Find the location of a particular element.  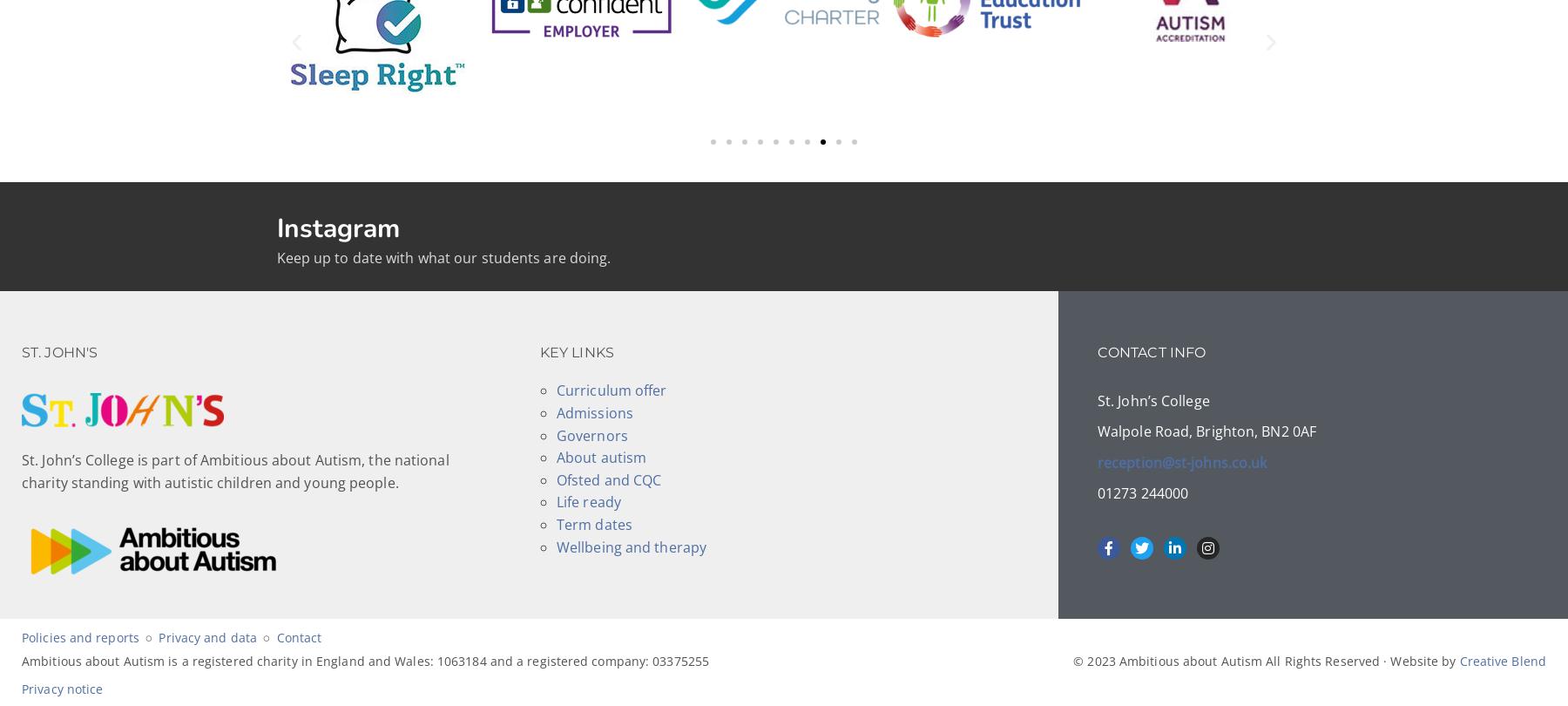

'01273 244000' is located at coordinates (1142, 492).